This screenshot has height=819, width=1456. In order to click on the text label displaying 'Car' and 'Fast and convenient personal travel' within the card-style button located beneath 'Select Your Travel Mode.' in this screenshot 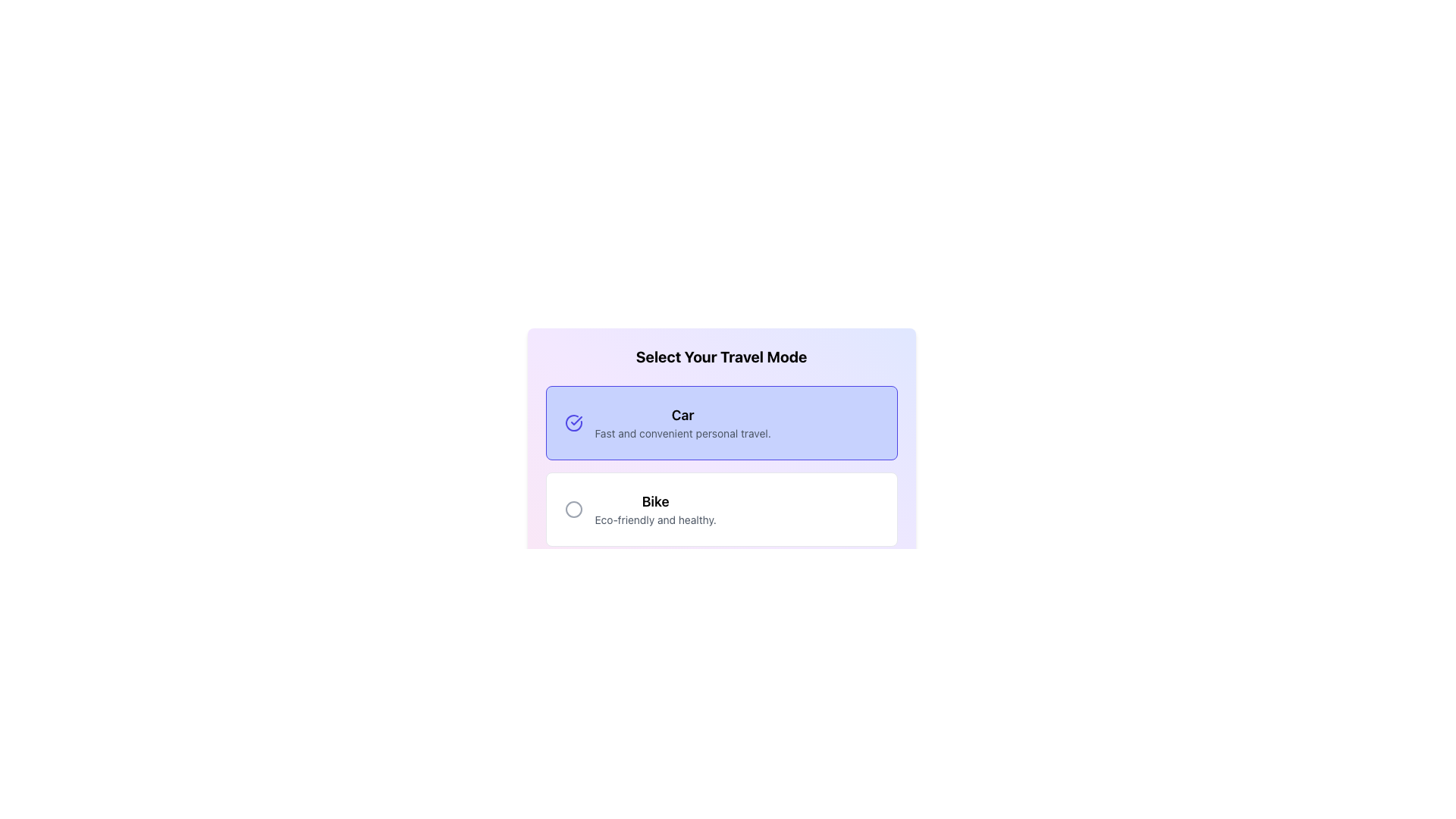, I will do `click(682, 423)`.